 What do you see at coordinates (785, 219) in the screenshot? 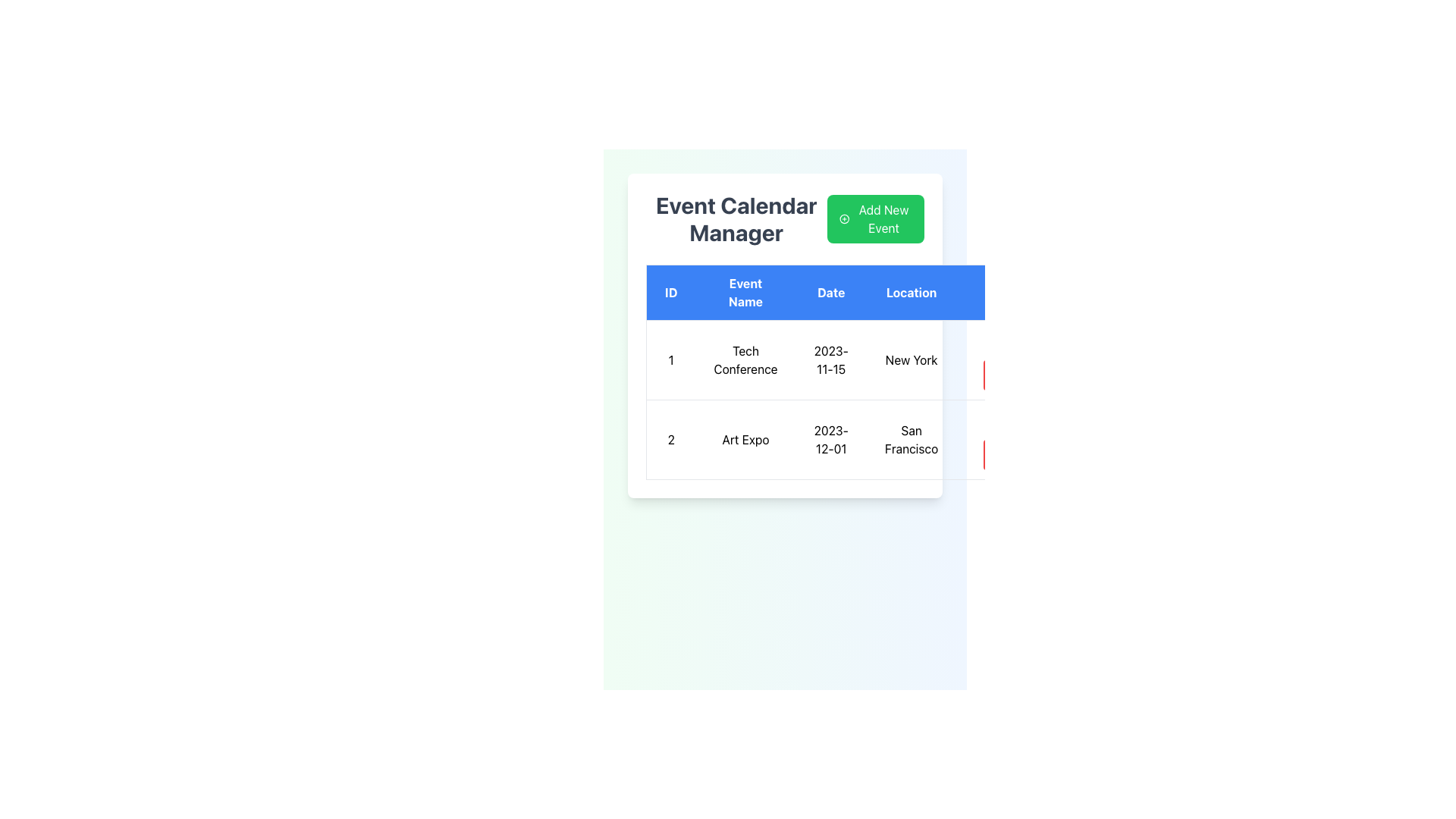
I see `text 'Event Calendar Manager' from the header section of the Event Calendar Manager interface, which is prominently styled and positioned on the left side of the header with the 'Add New Event' button on the right` at bounding box center [785, 219].